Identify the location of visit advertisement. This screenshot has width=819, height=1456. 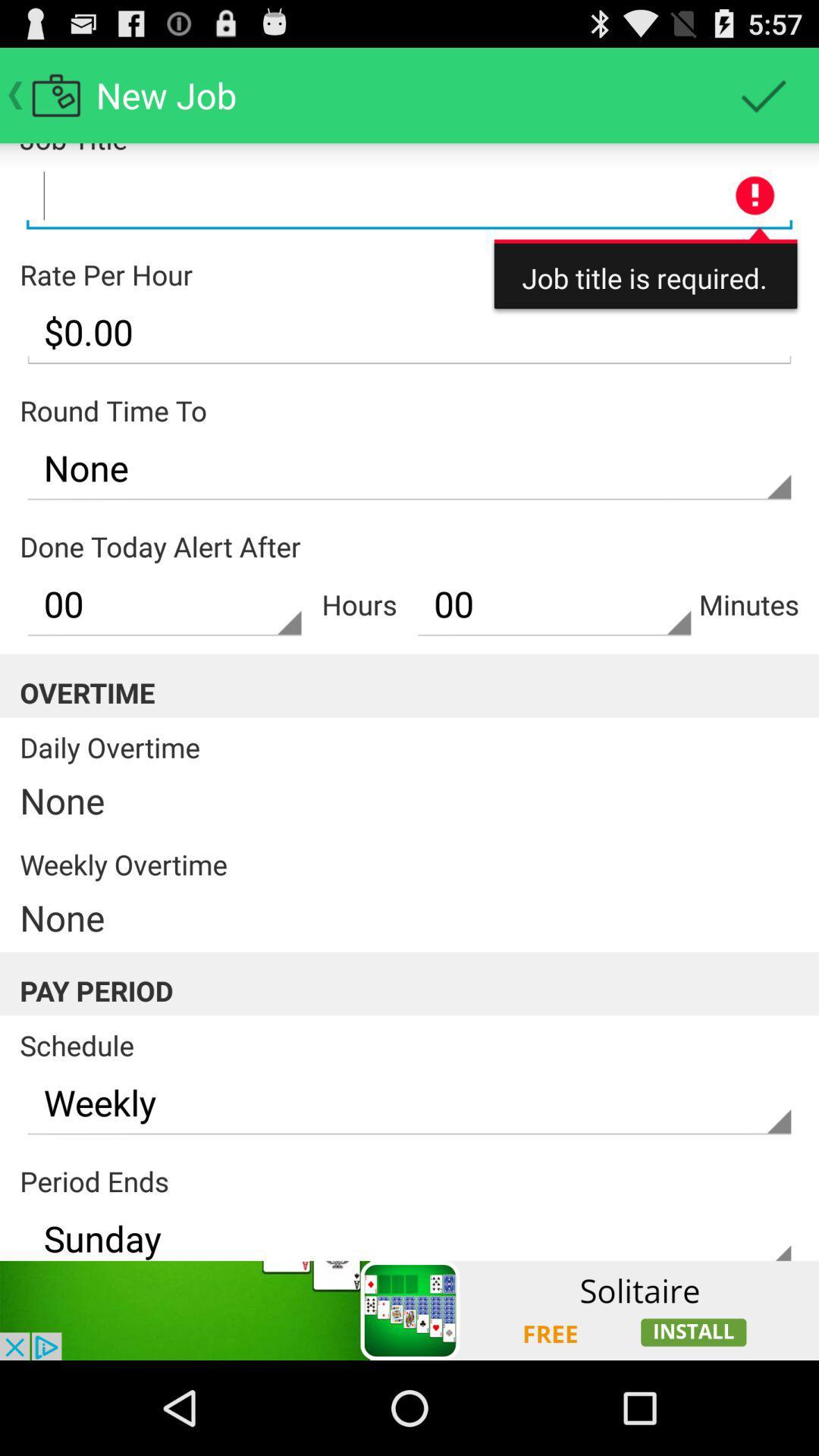
(409, 1310).